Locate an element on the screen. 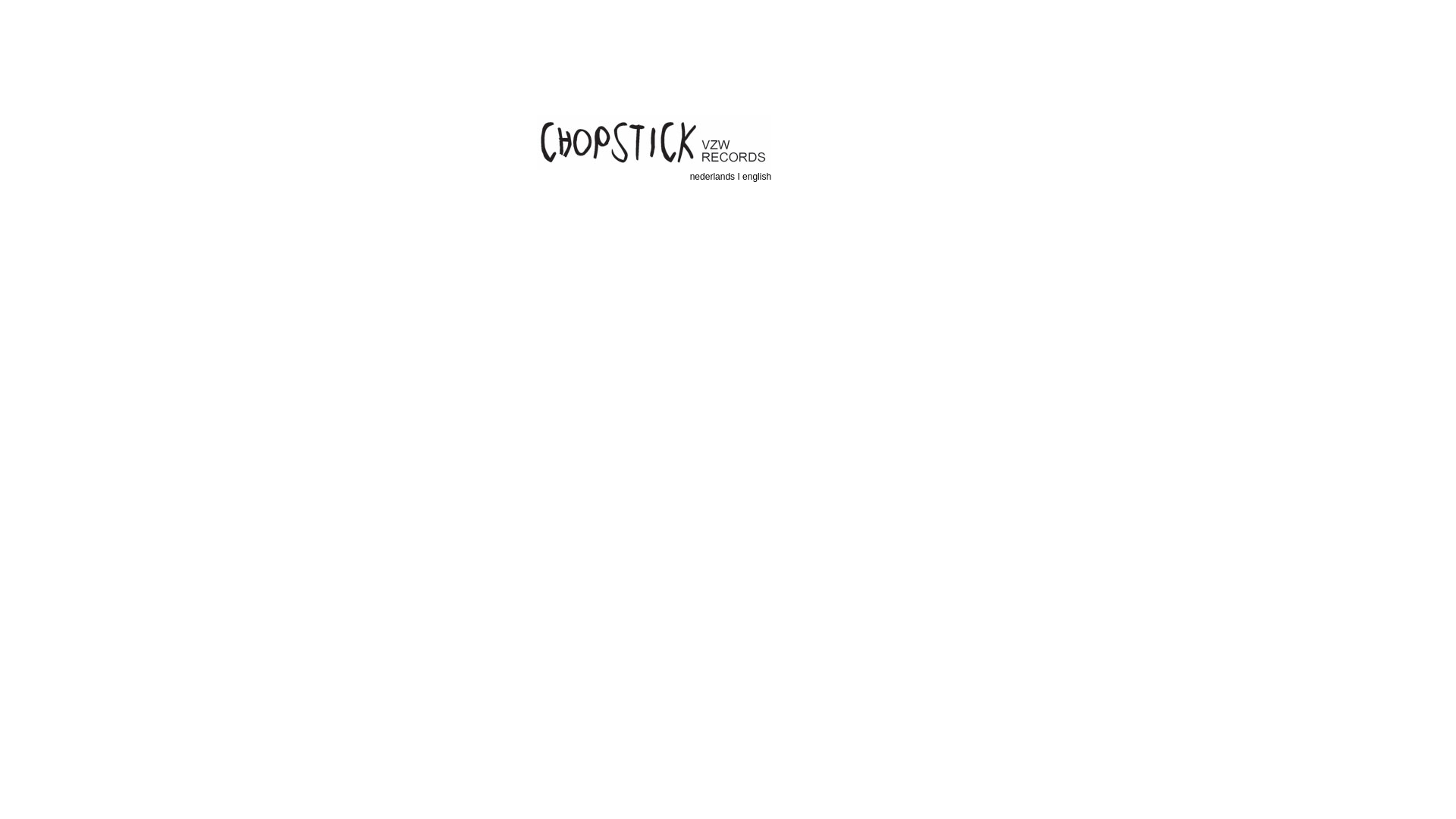 The height and width of the screenshot is (819, 1456). 'english' is located at coordinates (757, 175).